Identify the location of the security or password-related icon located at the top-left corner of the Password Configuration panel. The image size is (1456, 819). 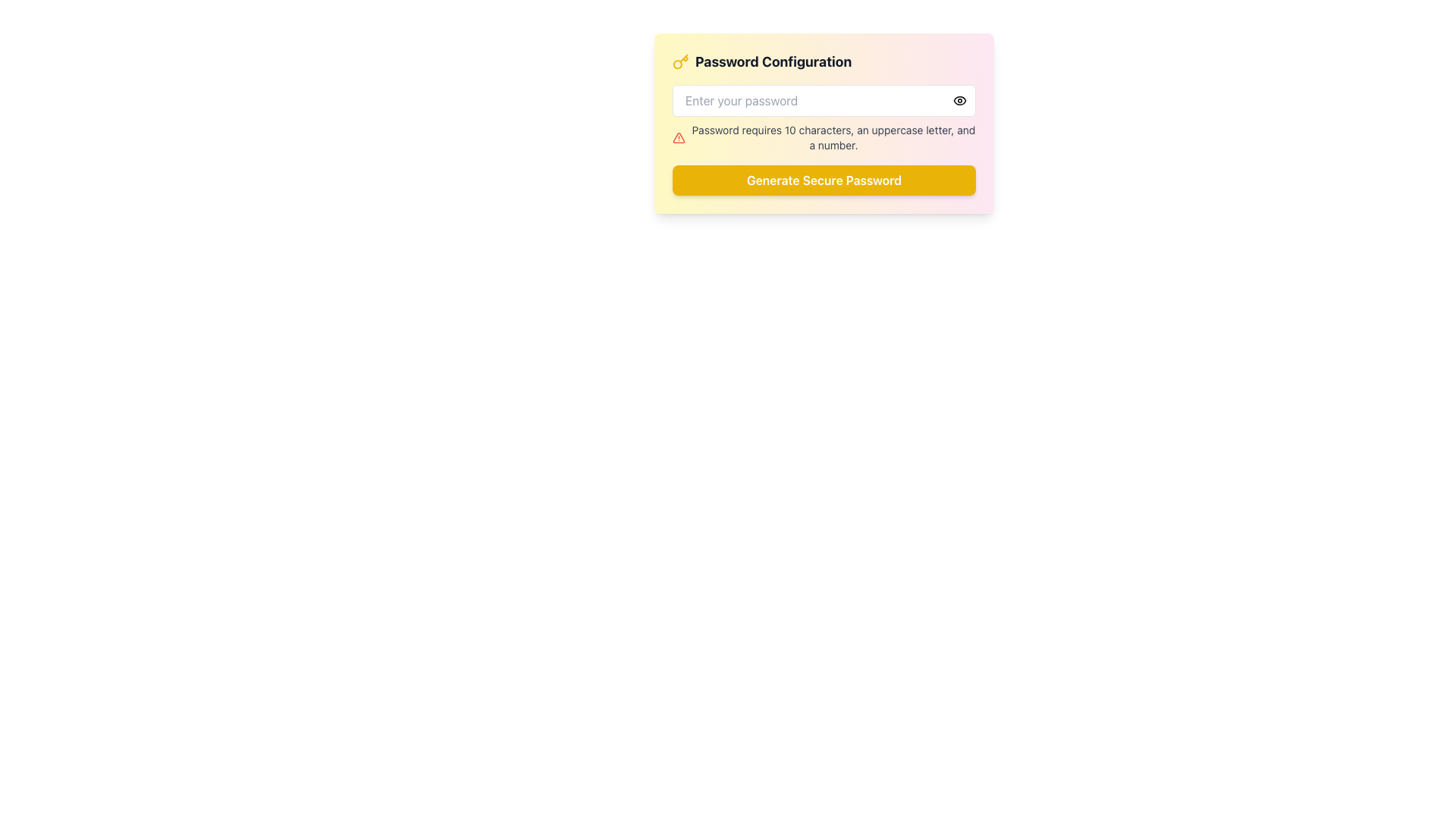
(679, 61).